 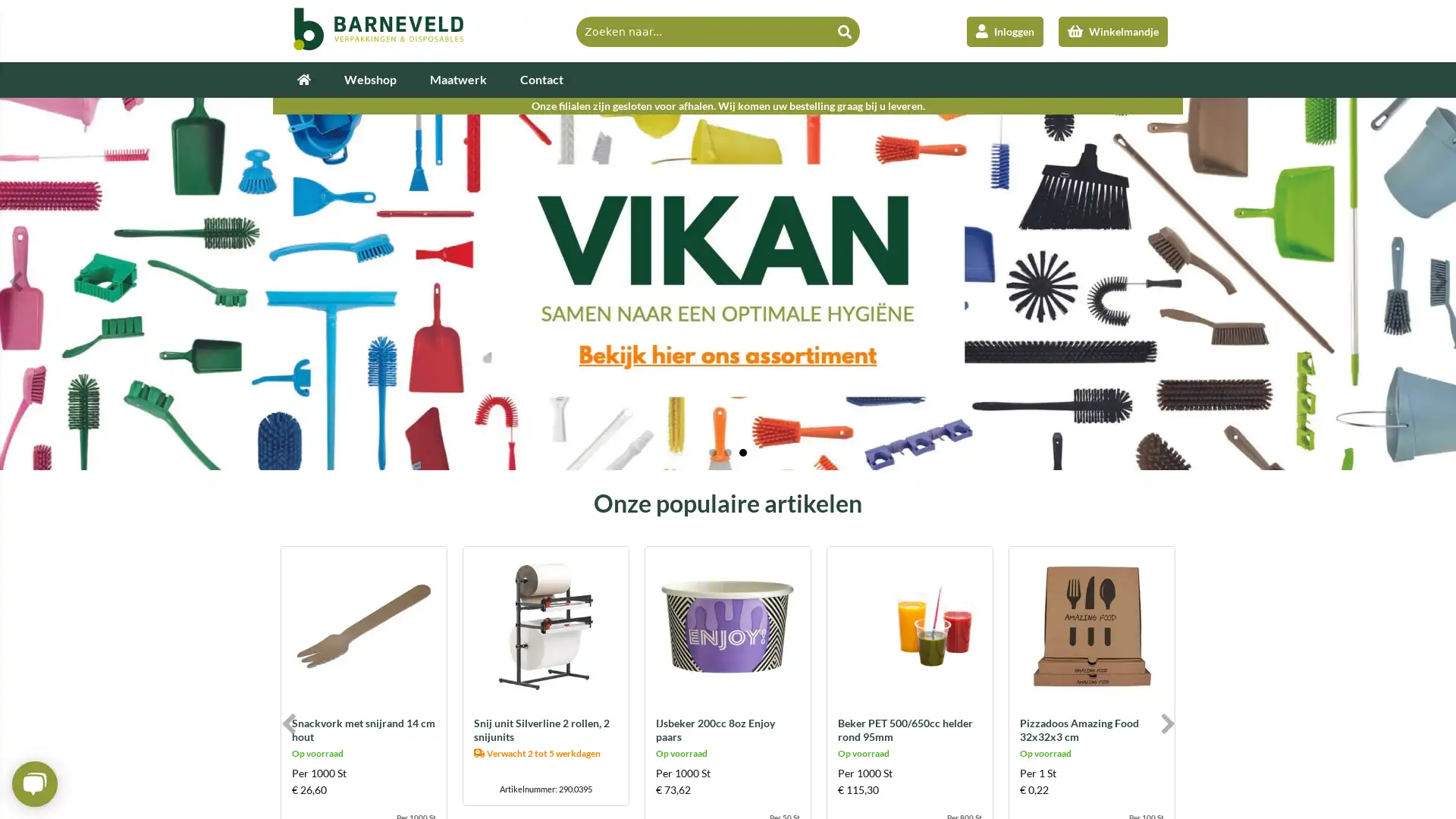 I want to click on 2, so click(x=728, y=452).